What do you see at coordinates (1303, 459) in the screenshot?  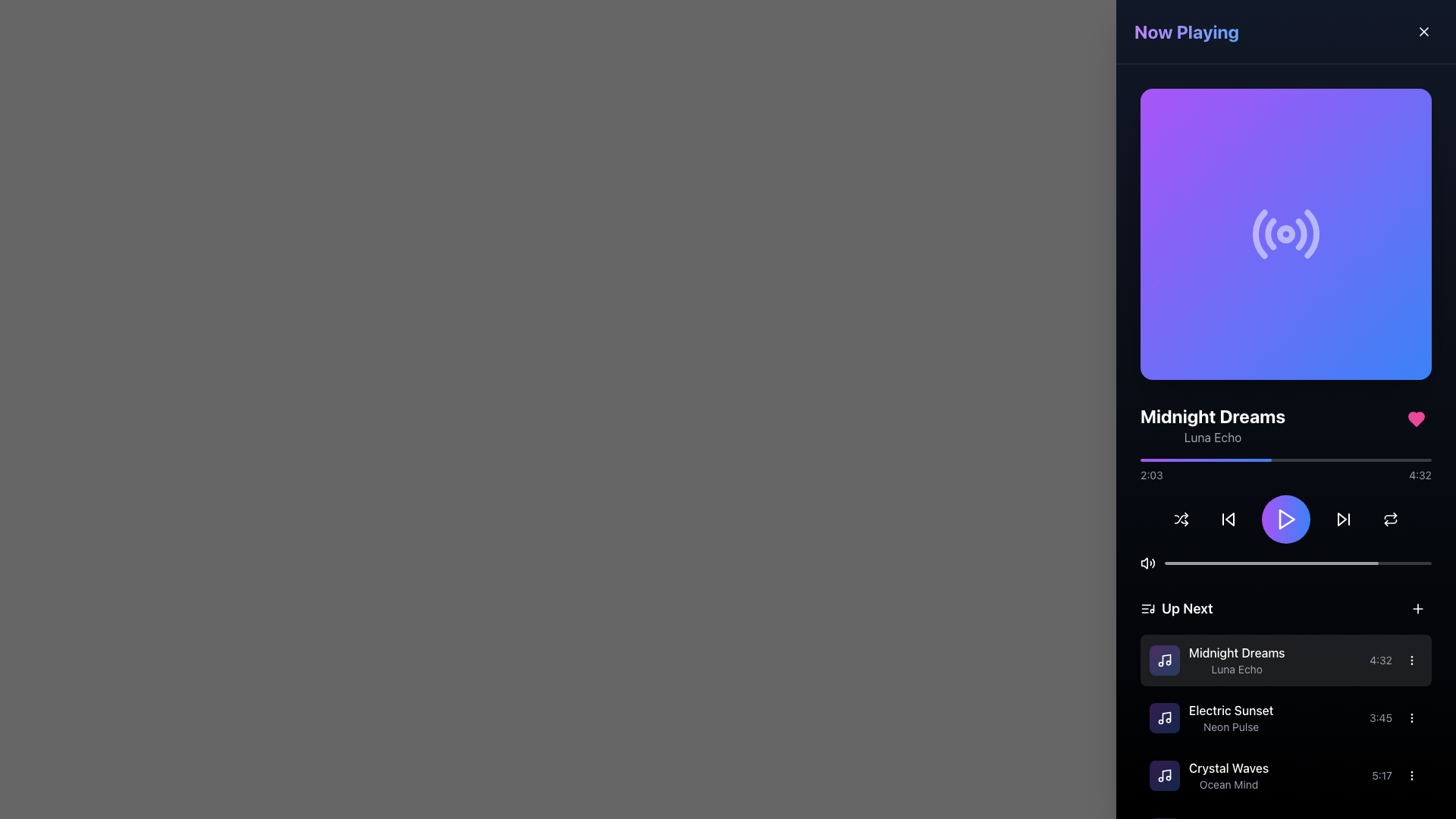 I see `the playback position` at bounding box center [1303, 459].